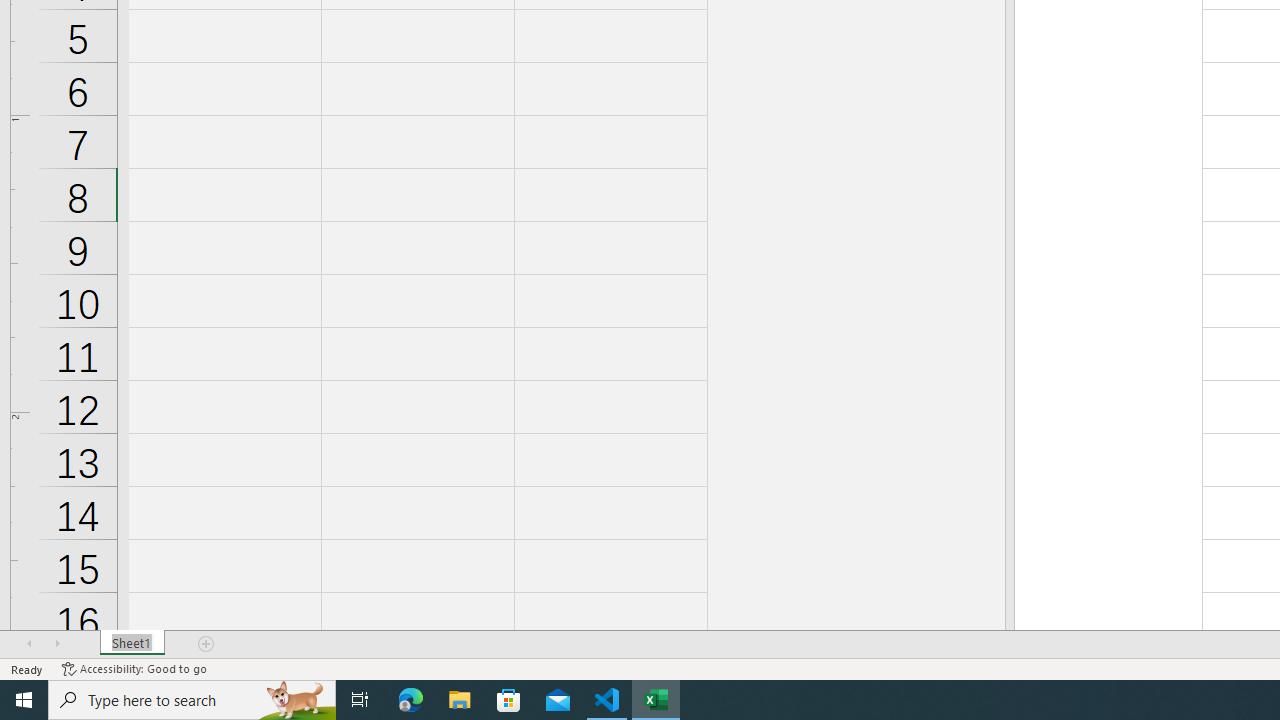 This screenshot has height=720, width=1280. I want to click on 'Sheet1', so click(131, 644).